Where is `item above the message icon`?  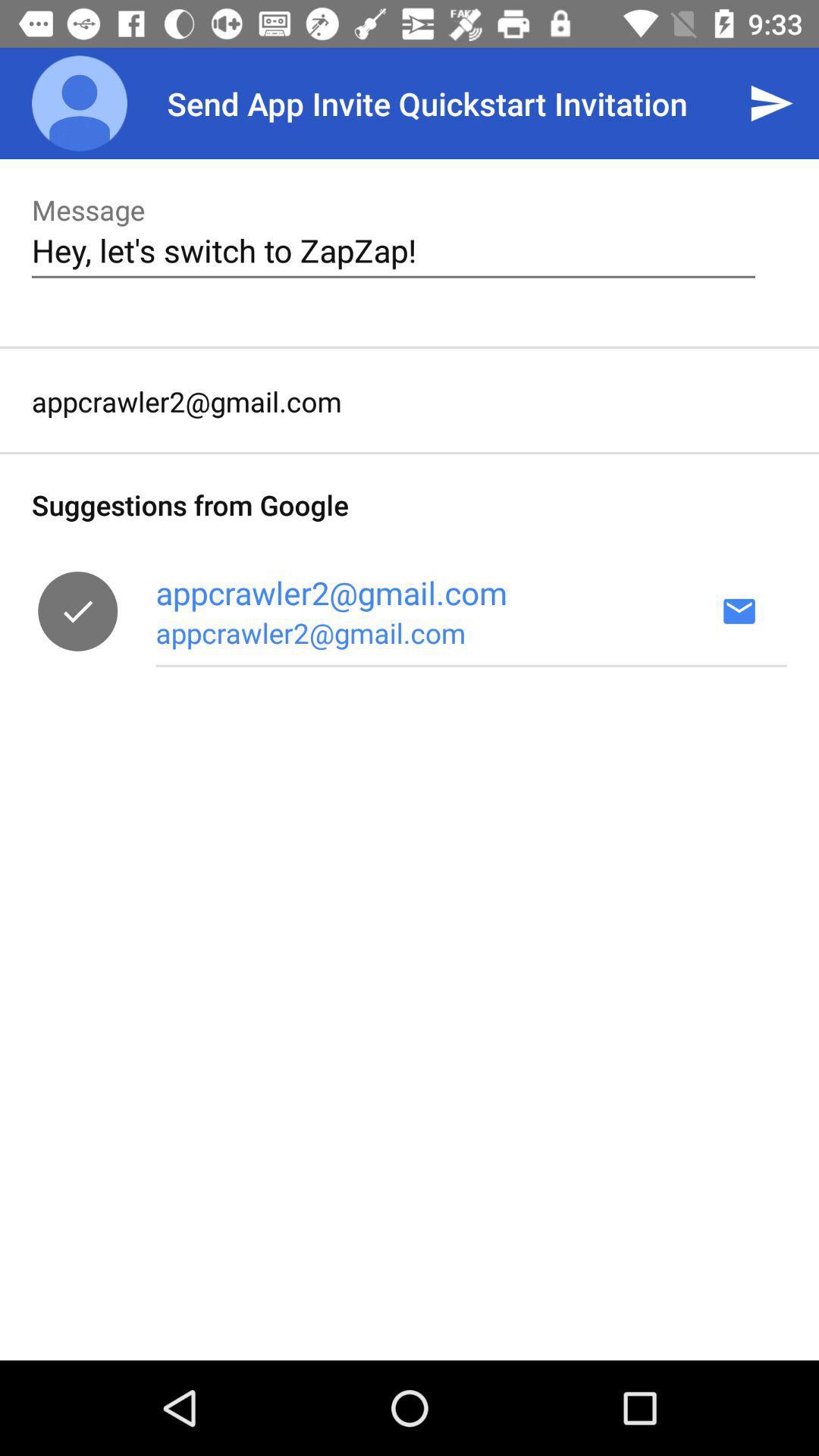
item above the message icon is located at coordinates (79, 102).